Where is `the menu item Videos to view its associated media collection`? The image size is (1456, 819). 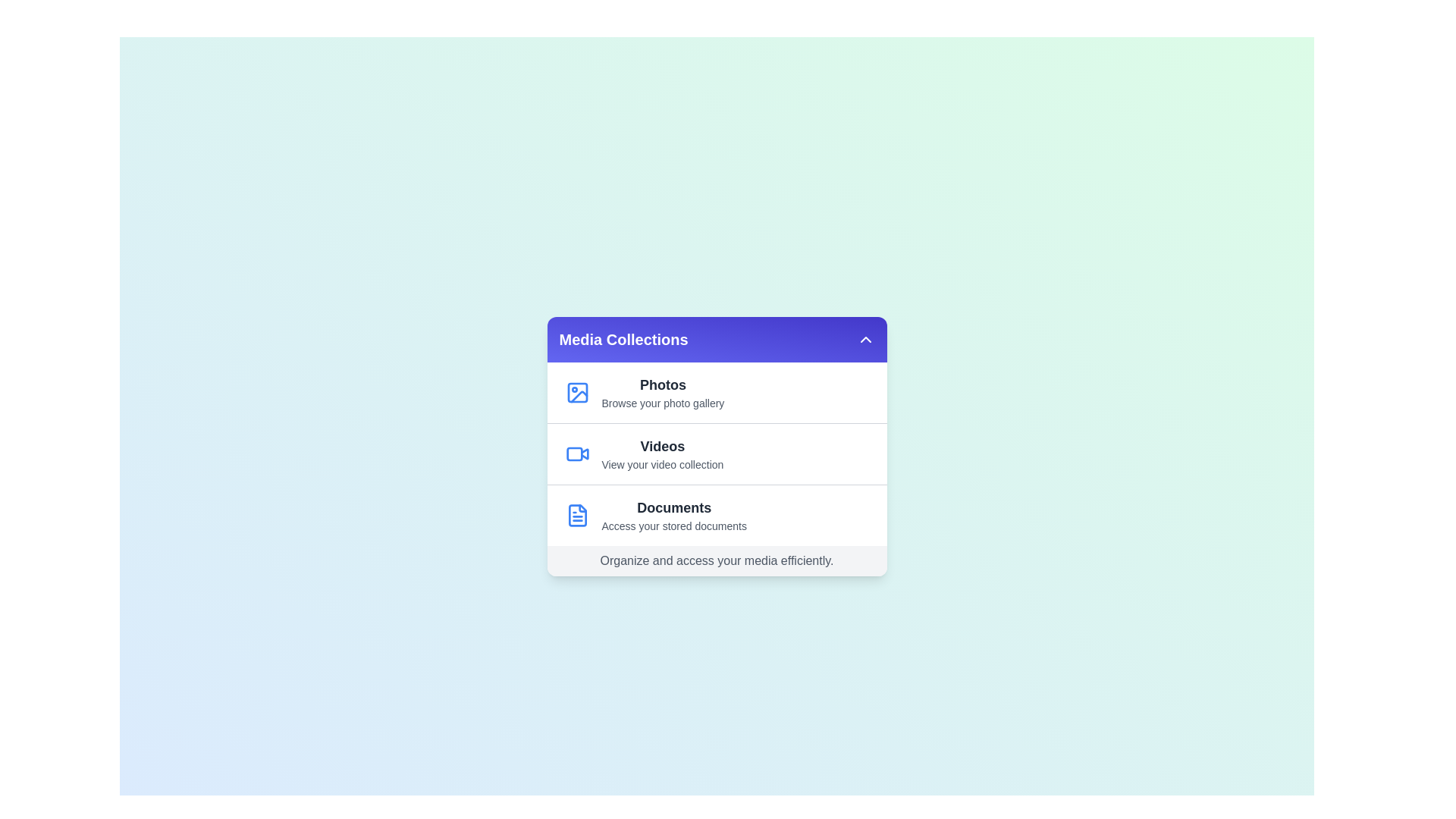 the menu item Videos to view its associated media collection is located at coordinates (716, 453).